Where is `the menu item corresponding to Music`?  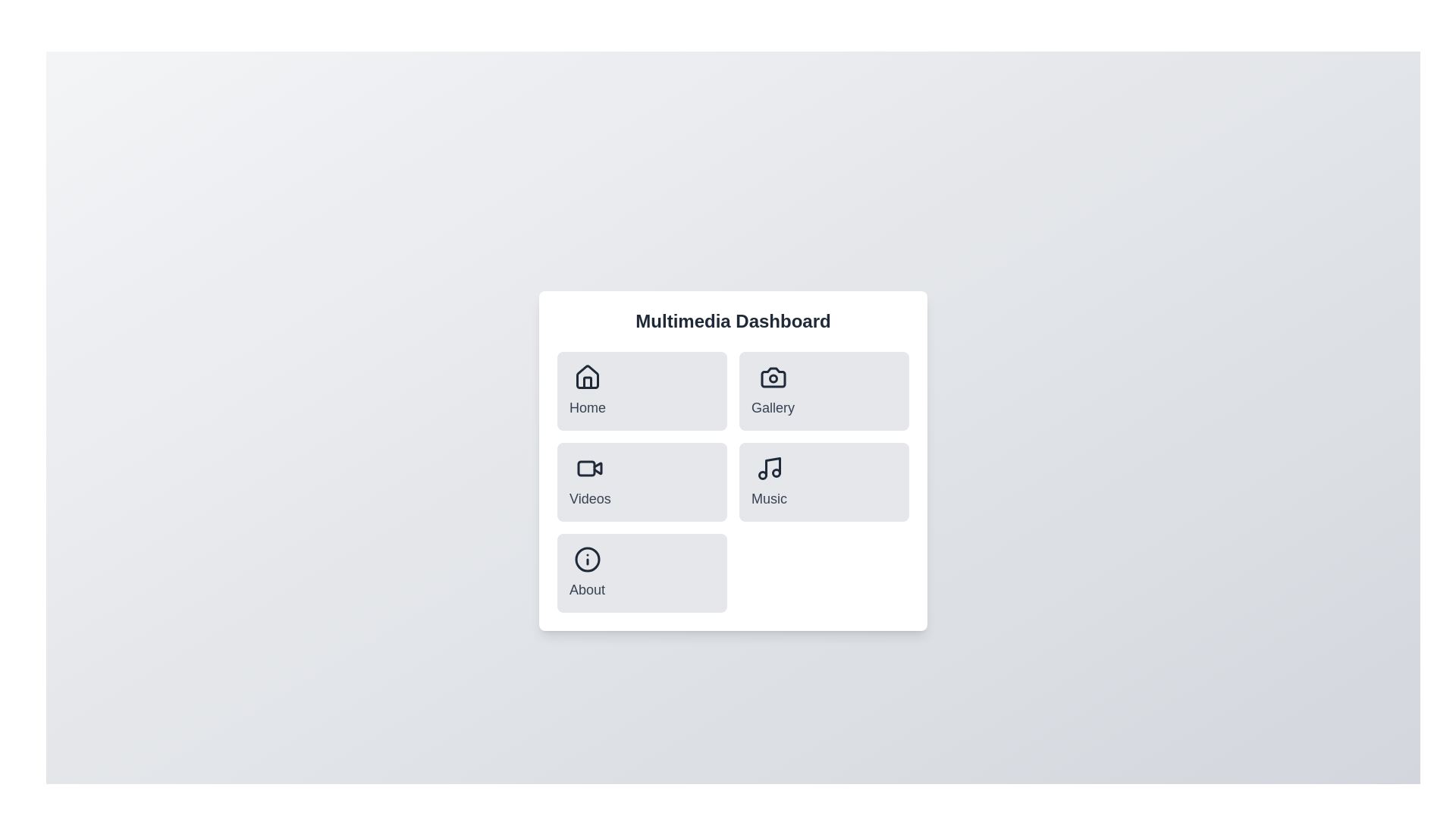
the menu item corresponding to Music is located at coordinates (768, 482).